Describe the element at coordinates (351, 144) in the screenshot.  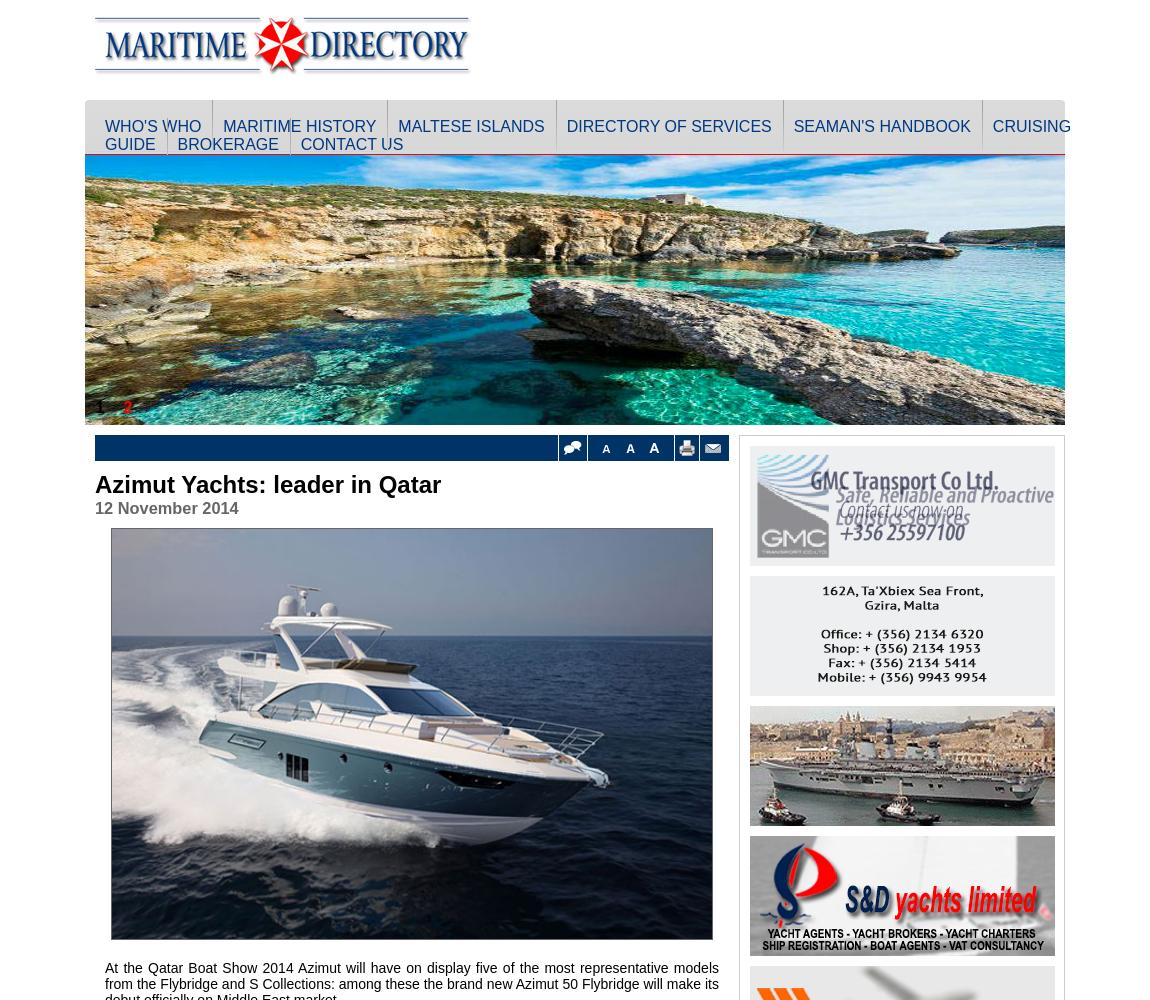
I see `'Contact Us'` at that location.